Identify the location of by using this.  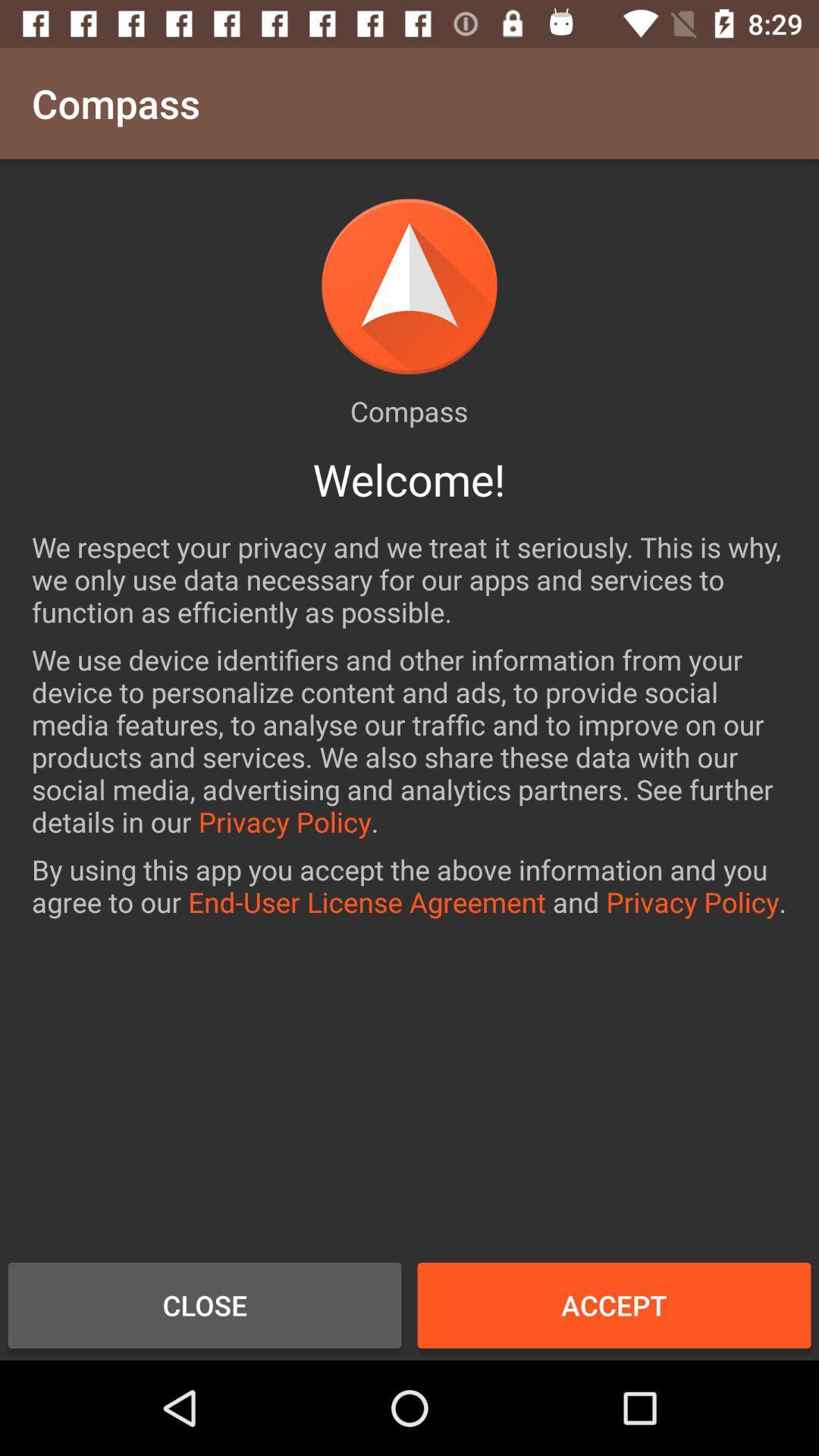
(409, 886).